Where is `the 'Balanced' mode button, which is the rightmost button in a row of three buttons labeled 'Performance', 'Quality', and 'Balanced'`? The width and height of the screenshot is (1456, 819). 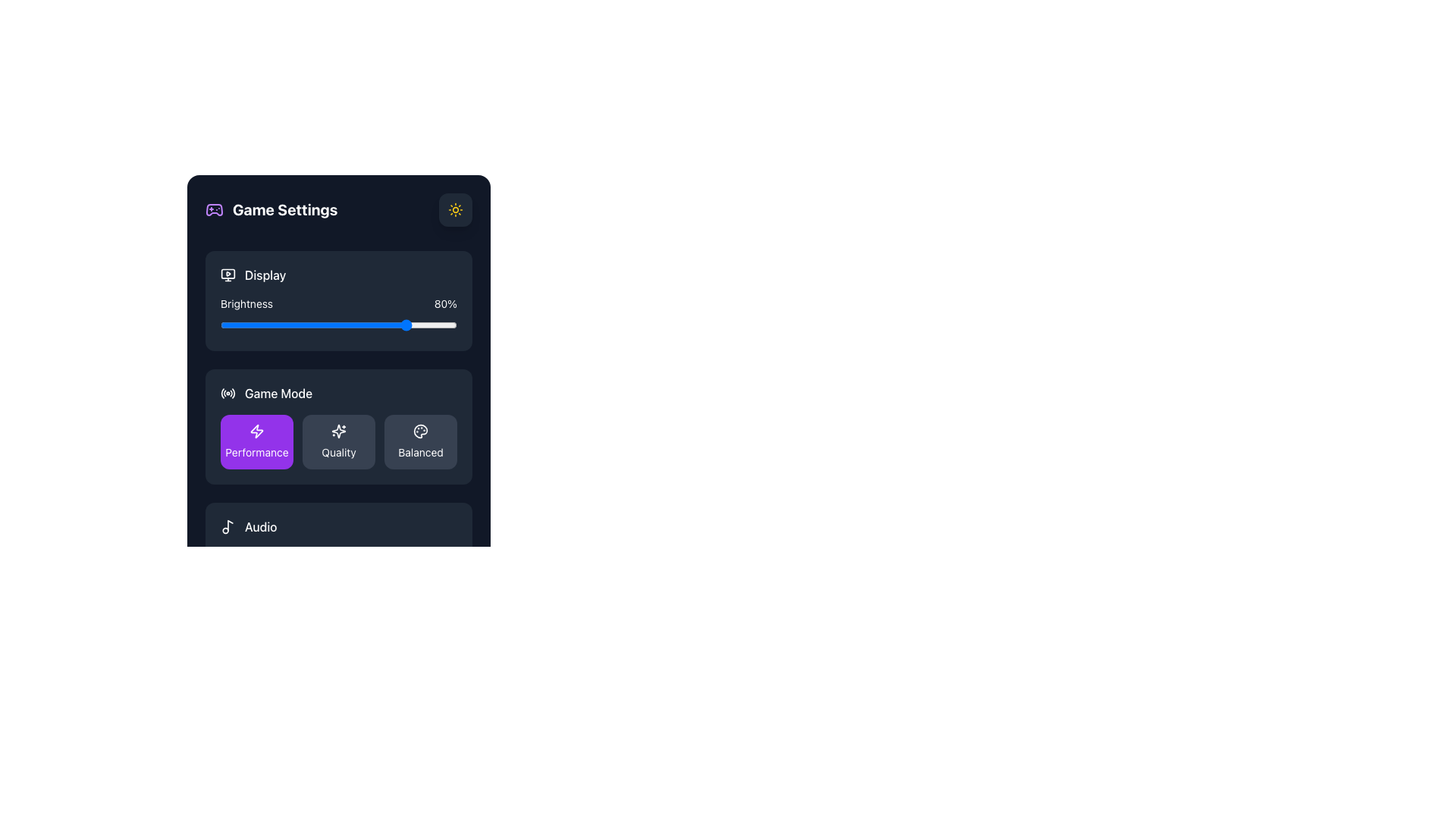
the 'Balanced' mode button, which is the rightmost button in a row of three buttons labeled 'Performance', 'Quality', and 'Balanced' is located at coordinates (421, 441).